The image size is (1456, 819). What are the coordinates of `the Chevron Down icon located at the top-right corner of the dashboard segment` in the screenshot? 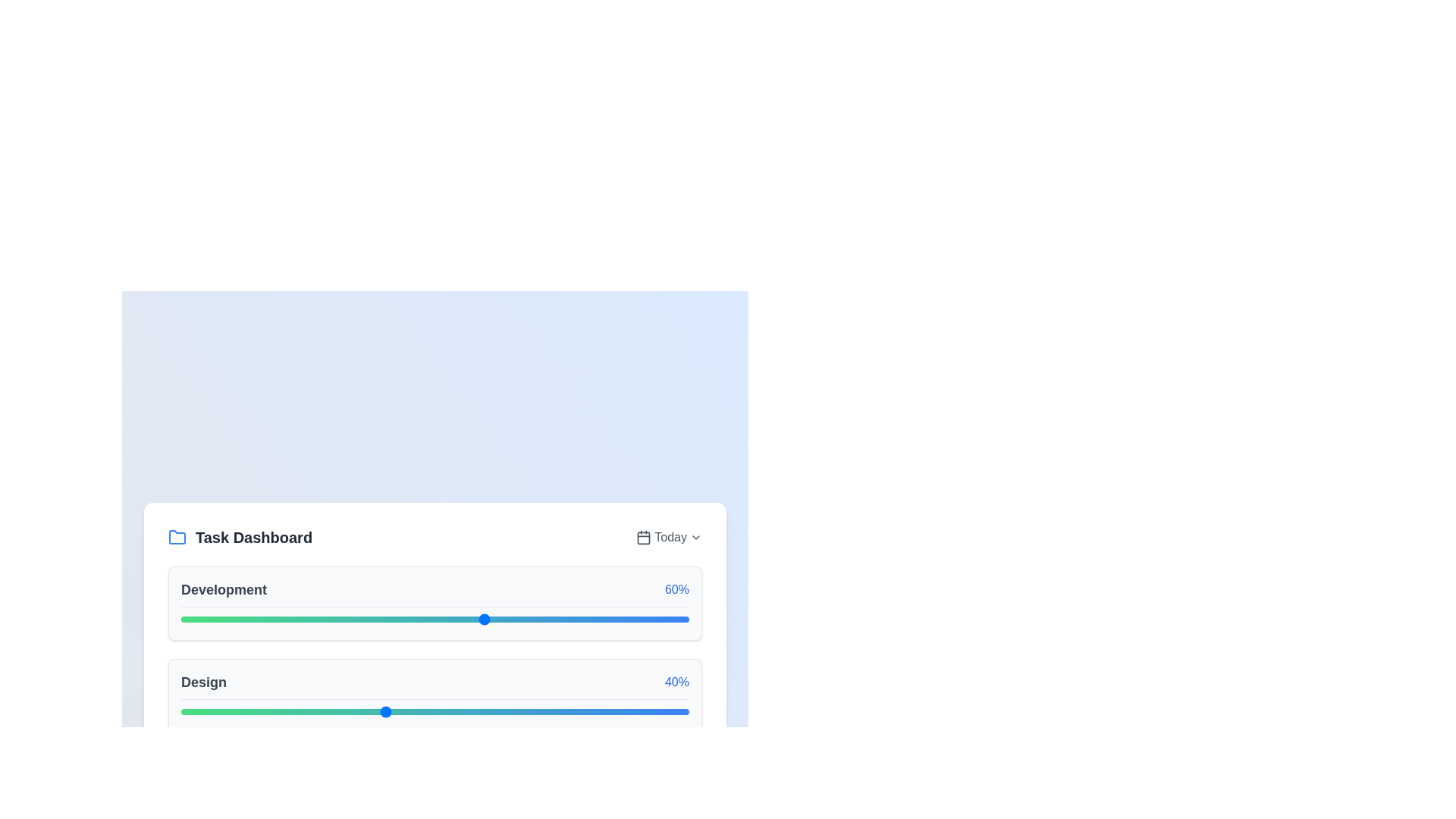 It's located at (695, 537).